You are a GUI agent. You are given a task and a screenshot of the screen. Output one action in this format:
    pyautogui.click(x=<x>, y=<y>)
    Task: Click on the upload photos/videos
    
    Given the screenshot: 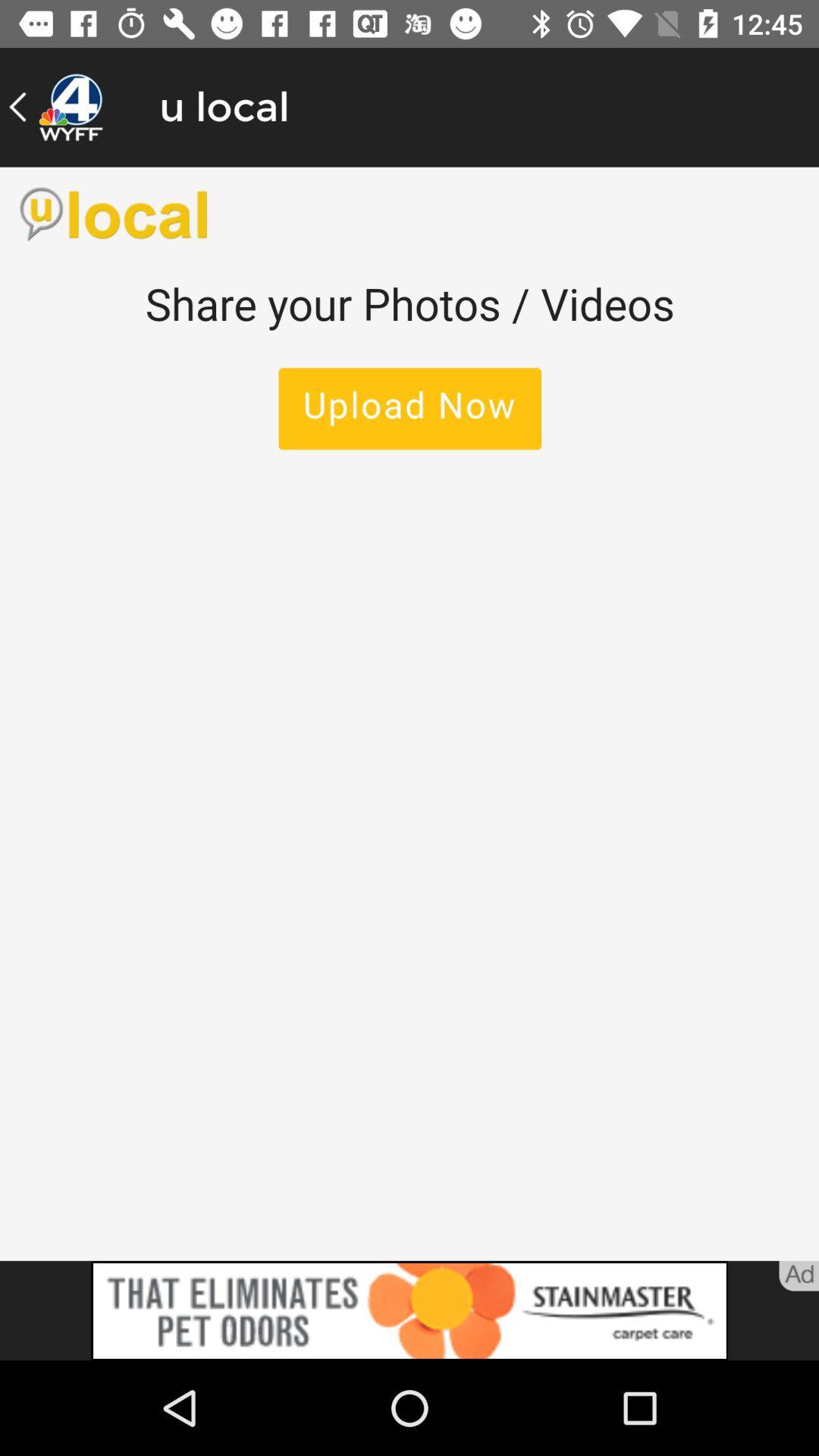 What is the action you would take?
    pyautogui.click(x=409, y=713)
    